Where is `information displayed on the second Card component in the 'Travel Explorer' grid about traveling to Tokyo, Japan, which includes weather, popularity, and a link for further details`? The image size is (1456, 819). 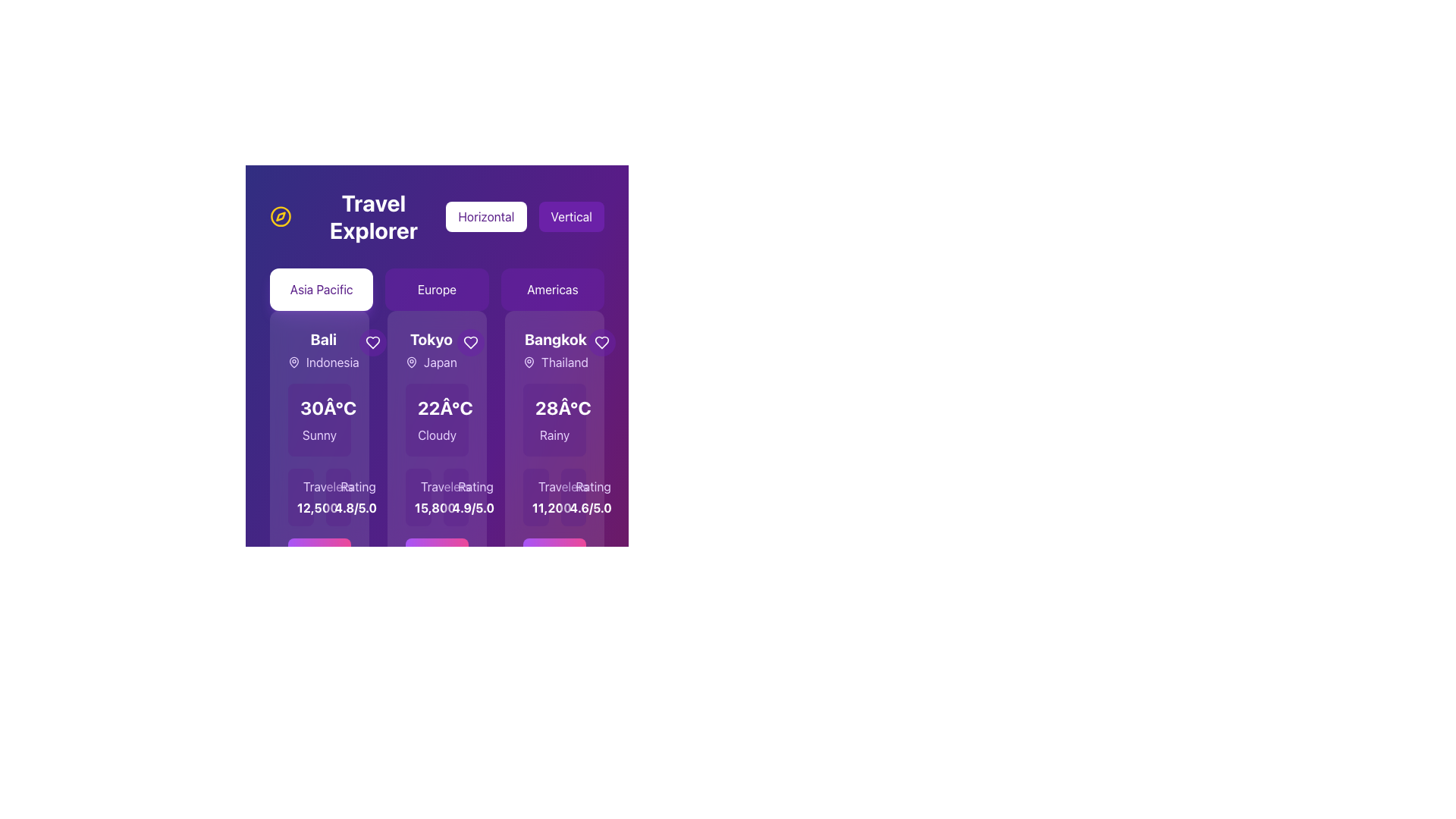
information displayed on the second Card component in the 'Travel Explorer' grid about traveling to Tokyo, Japan, which includes weather, popularity, and a link for further details is located at coordinates (436, 460).